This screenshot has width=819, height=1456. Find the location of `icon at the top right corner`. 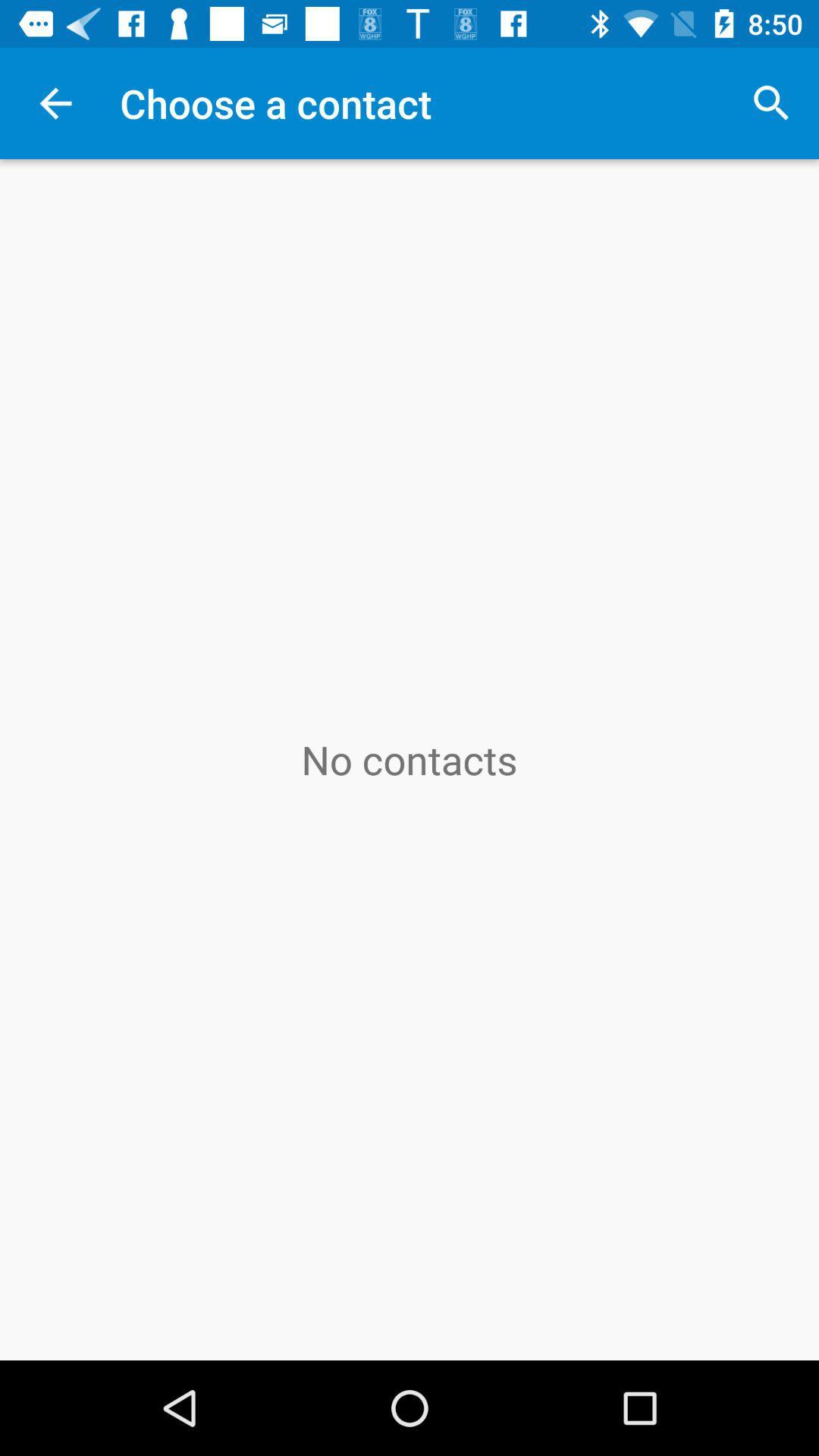

icon at the top right corner is located at coordinates (771, 102).